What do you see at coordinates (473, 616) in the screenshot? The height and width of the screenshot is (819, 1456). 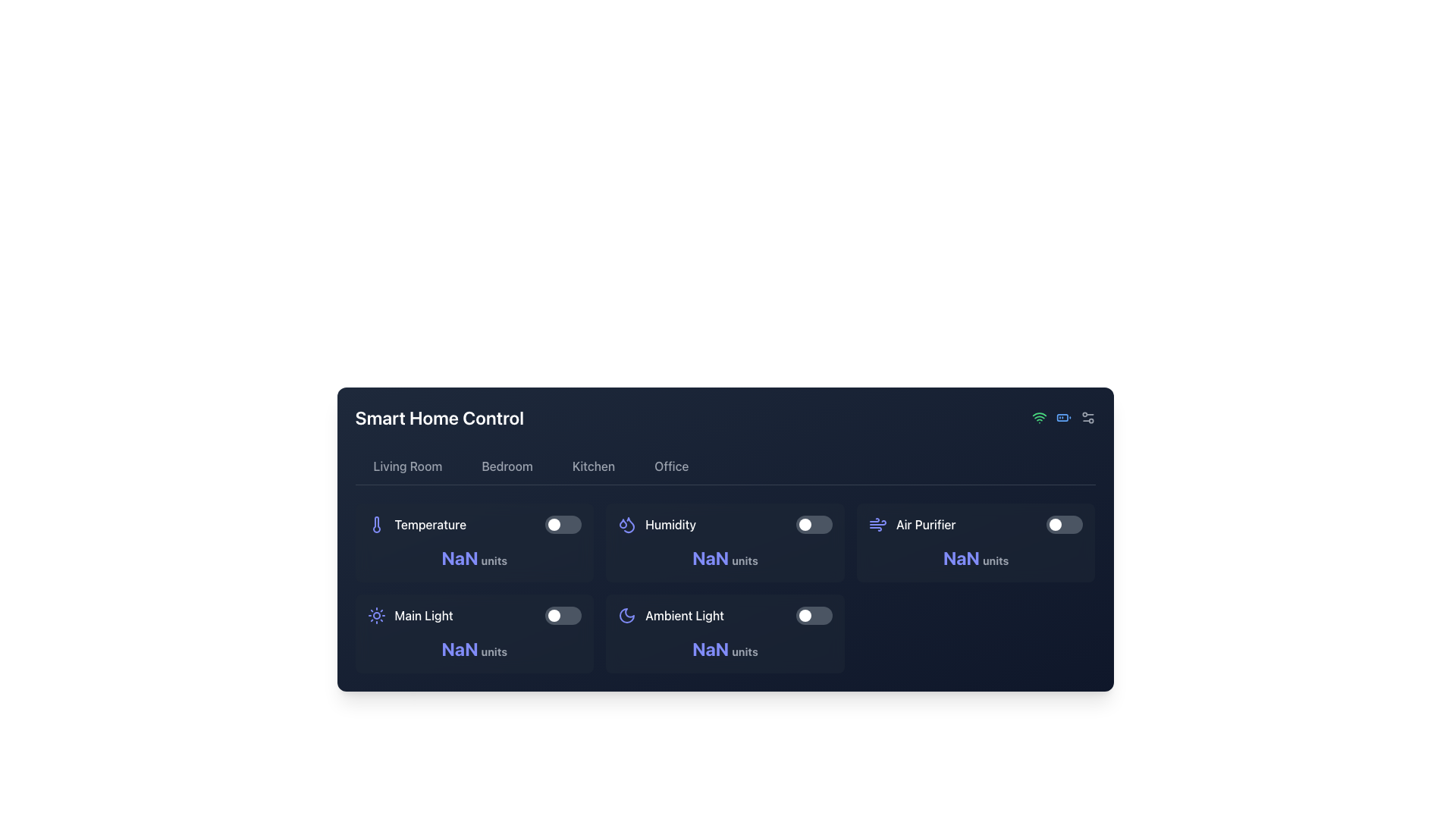 I see `the toggle switch labeled 'Main Light' to change its state` at bounding box center [473, 616].